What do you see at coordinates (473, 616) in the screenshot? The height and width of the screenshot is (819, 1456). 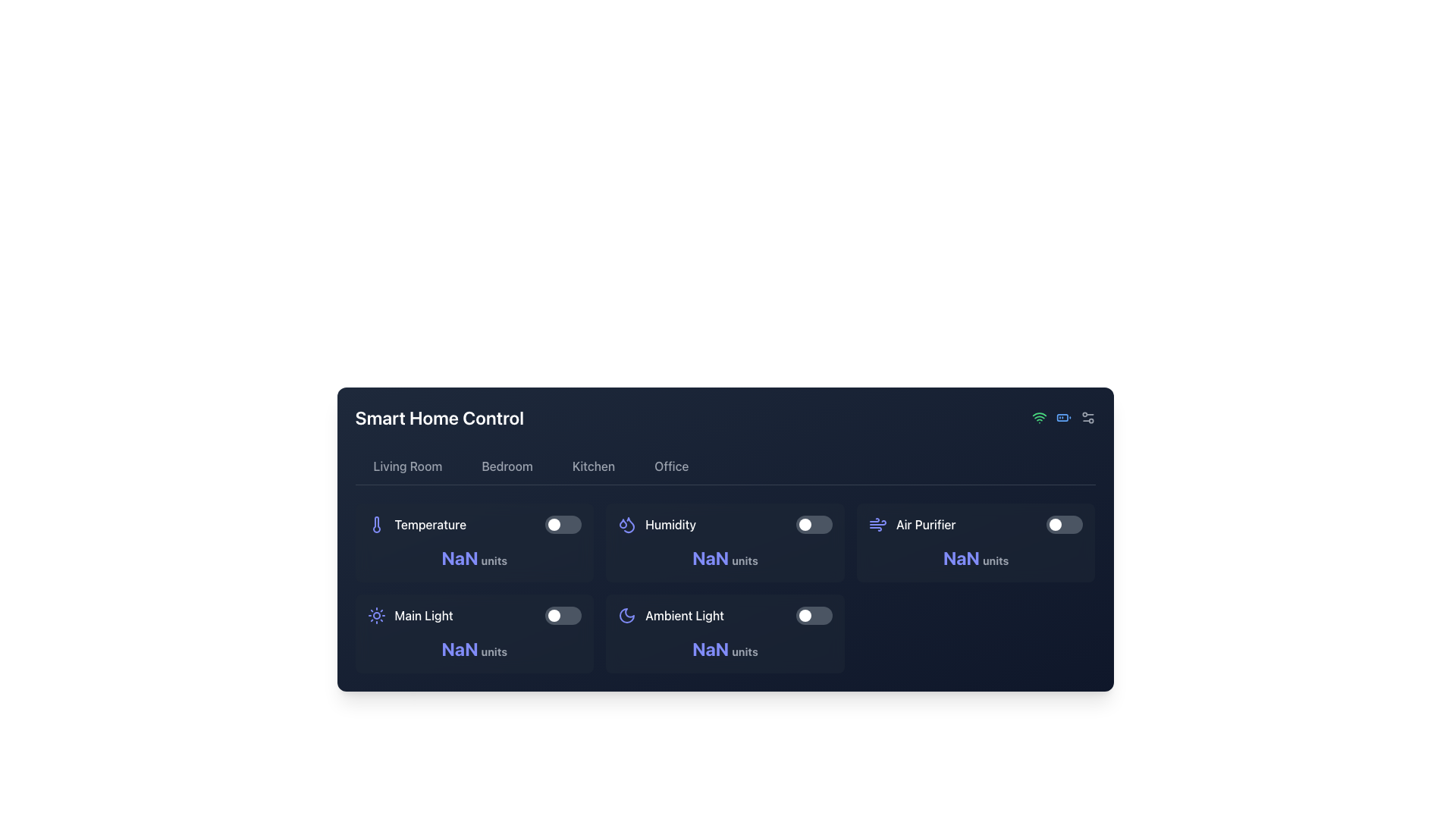 I see `the toggle switch labeled 'Main Light' to change its state` at bounding box center [473, 616].